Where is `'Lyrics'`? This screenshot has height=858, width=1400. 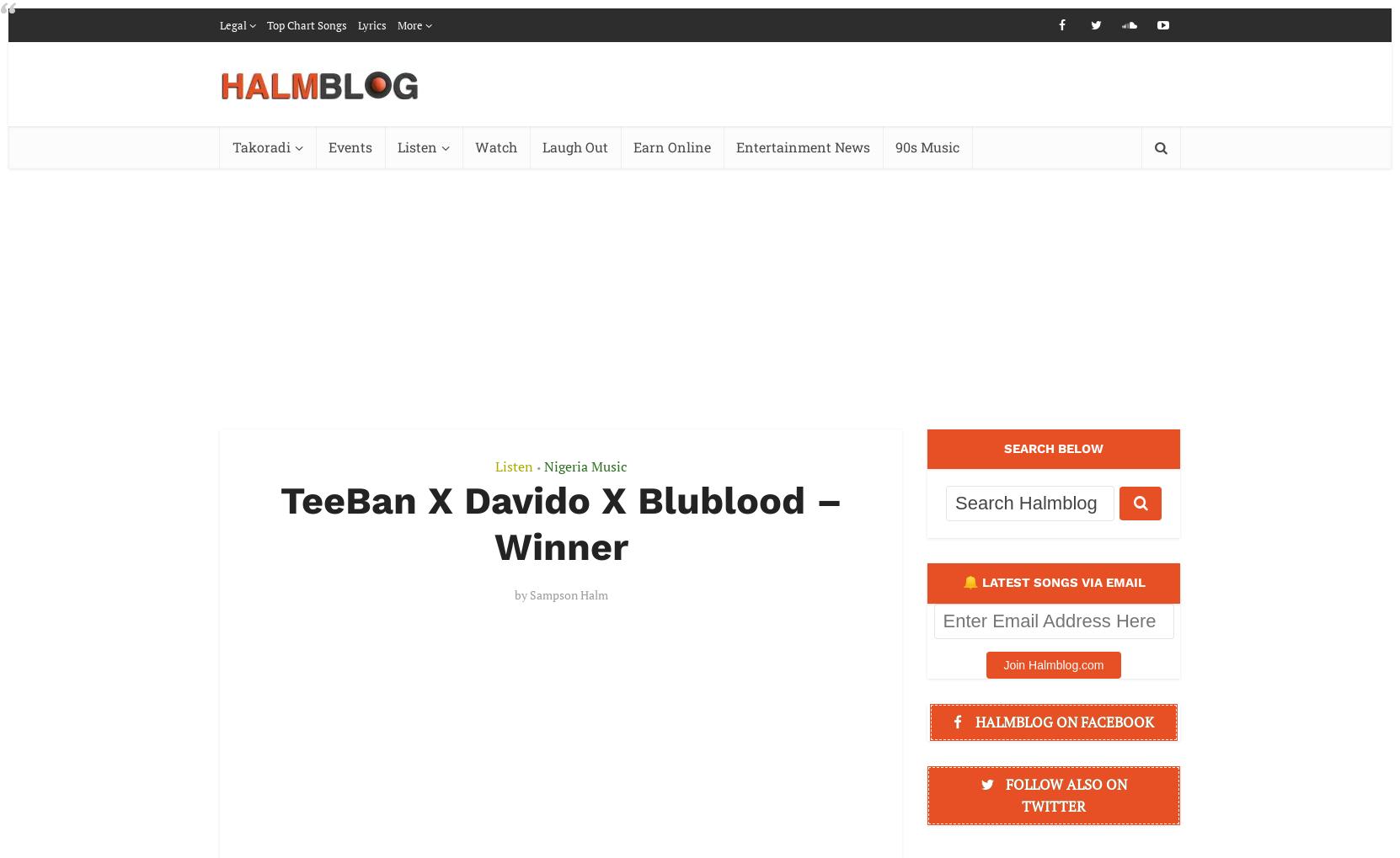 'Lyrics' is located at coordinates (371, 24).